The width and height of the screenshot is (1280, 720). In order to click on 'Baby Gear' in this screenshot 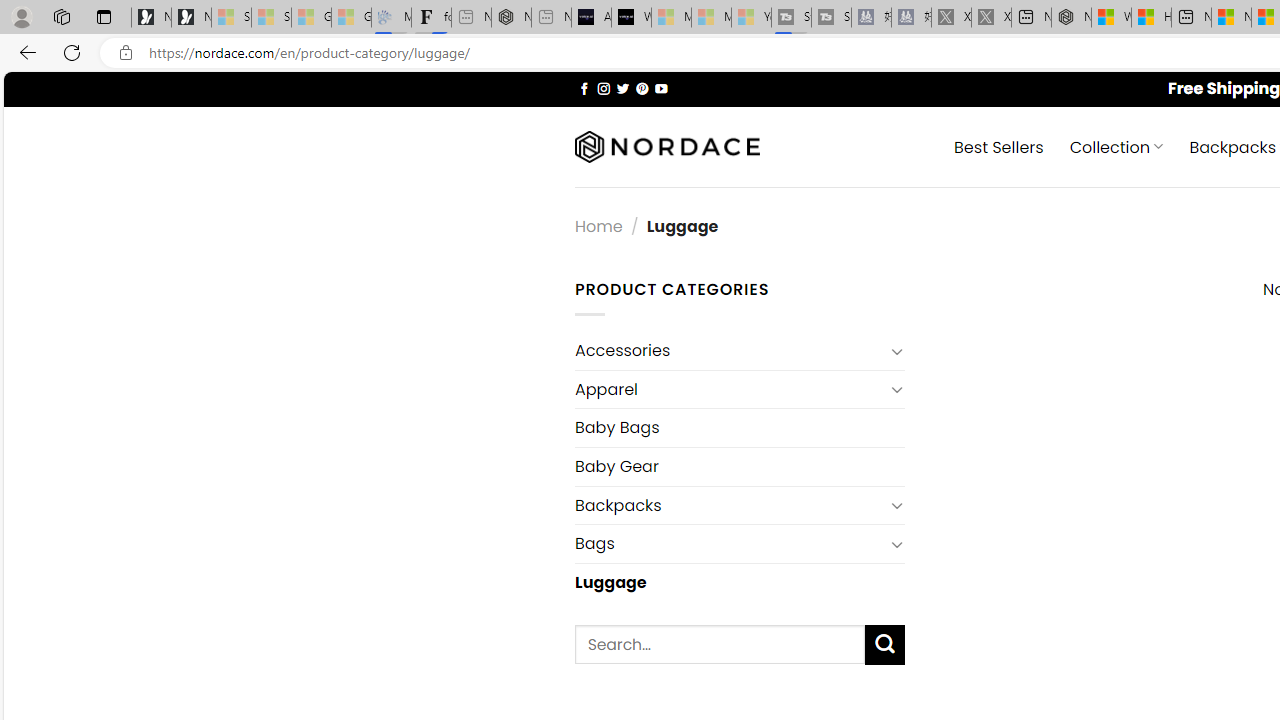, I will do `click(738, 466)`.